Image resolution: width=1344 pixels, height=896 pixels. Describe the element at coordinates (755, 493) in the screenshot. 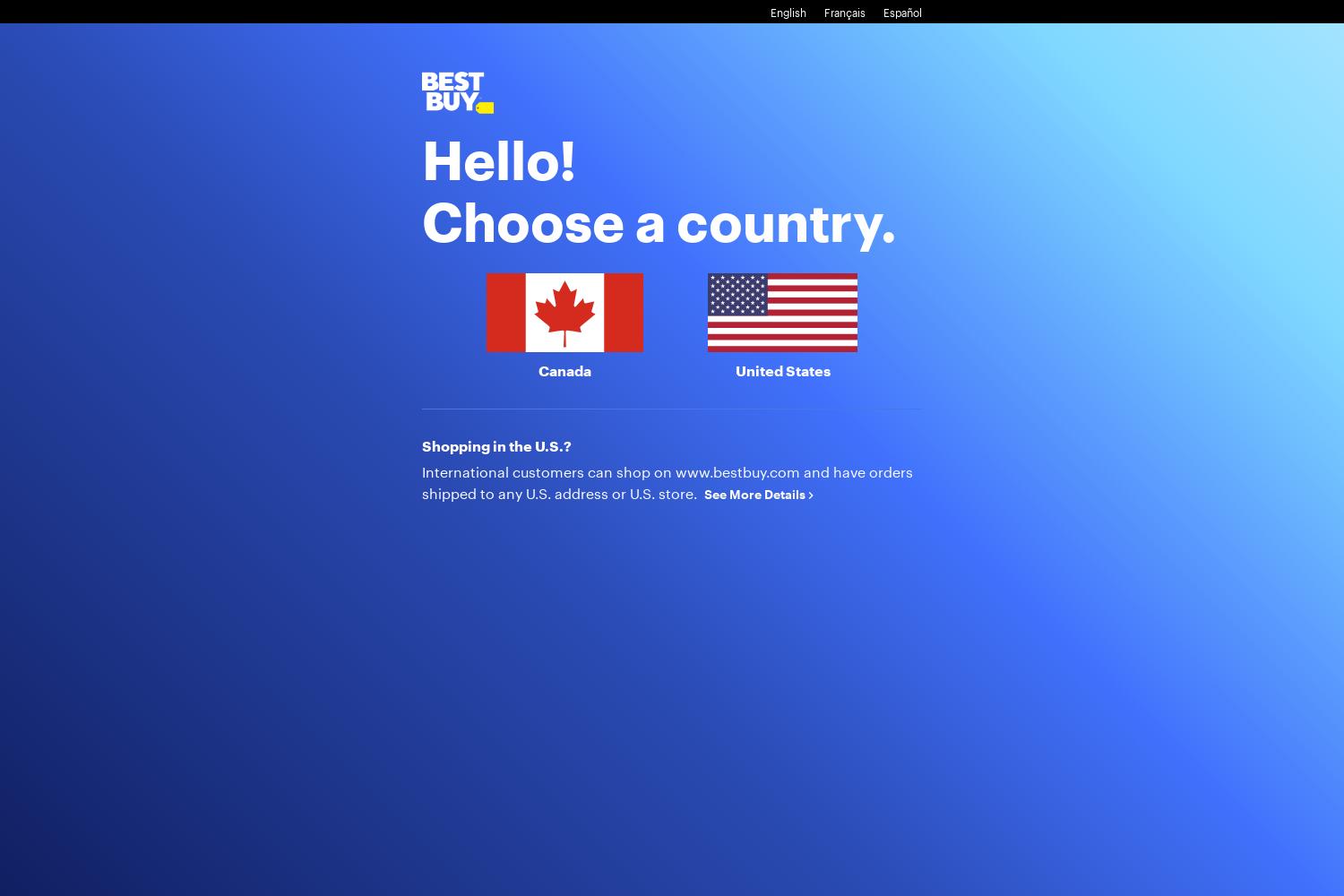

I see `'See More Details'` at that location.